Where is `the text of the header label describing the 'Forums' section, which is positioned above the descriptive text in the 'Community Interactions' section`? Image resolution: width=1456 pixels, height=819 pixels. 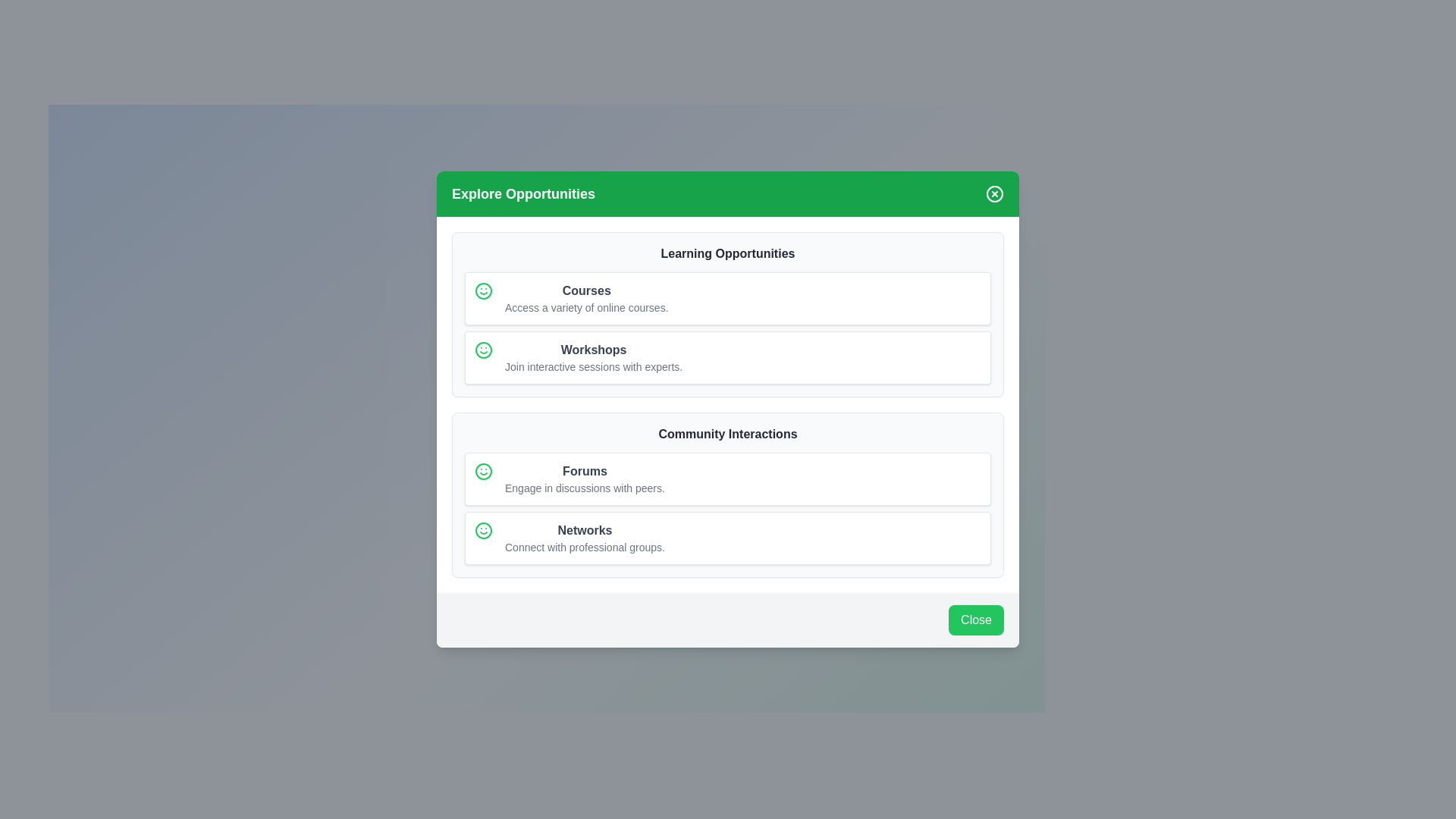 the text of the header label describing the 'Forums' section, which is positioned above the descriptive text in the 'Community Interactions' section is located at coordinates (584, 470).